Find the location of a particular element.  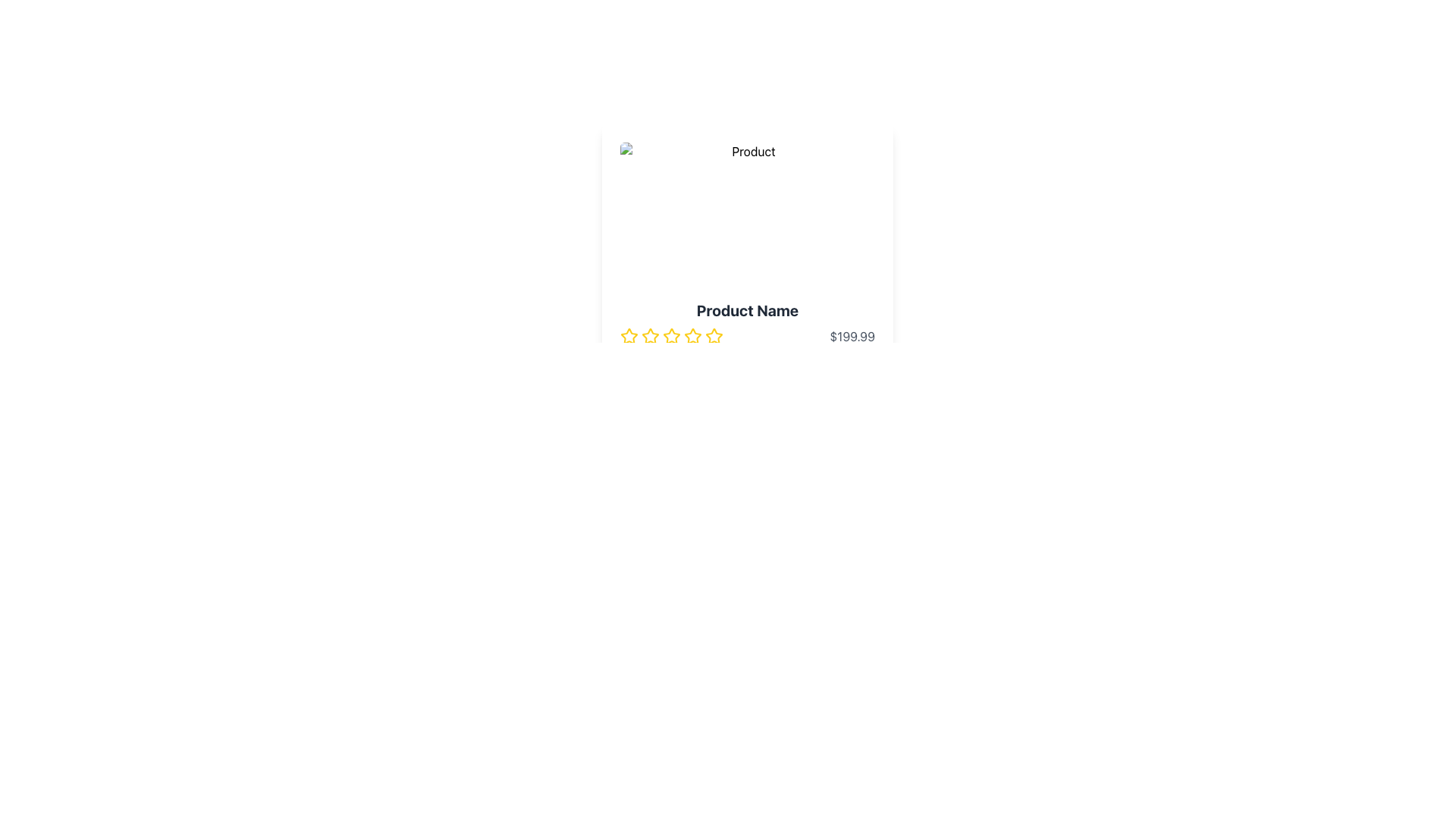

the fourth star icon in the rating system is located at coordinates (692, 335).